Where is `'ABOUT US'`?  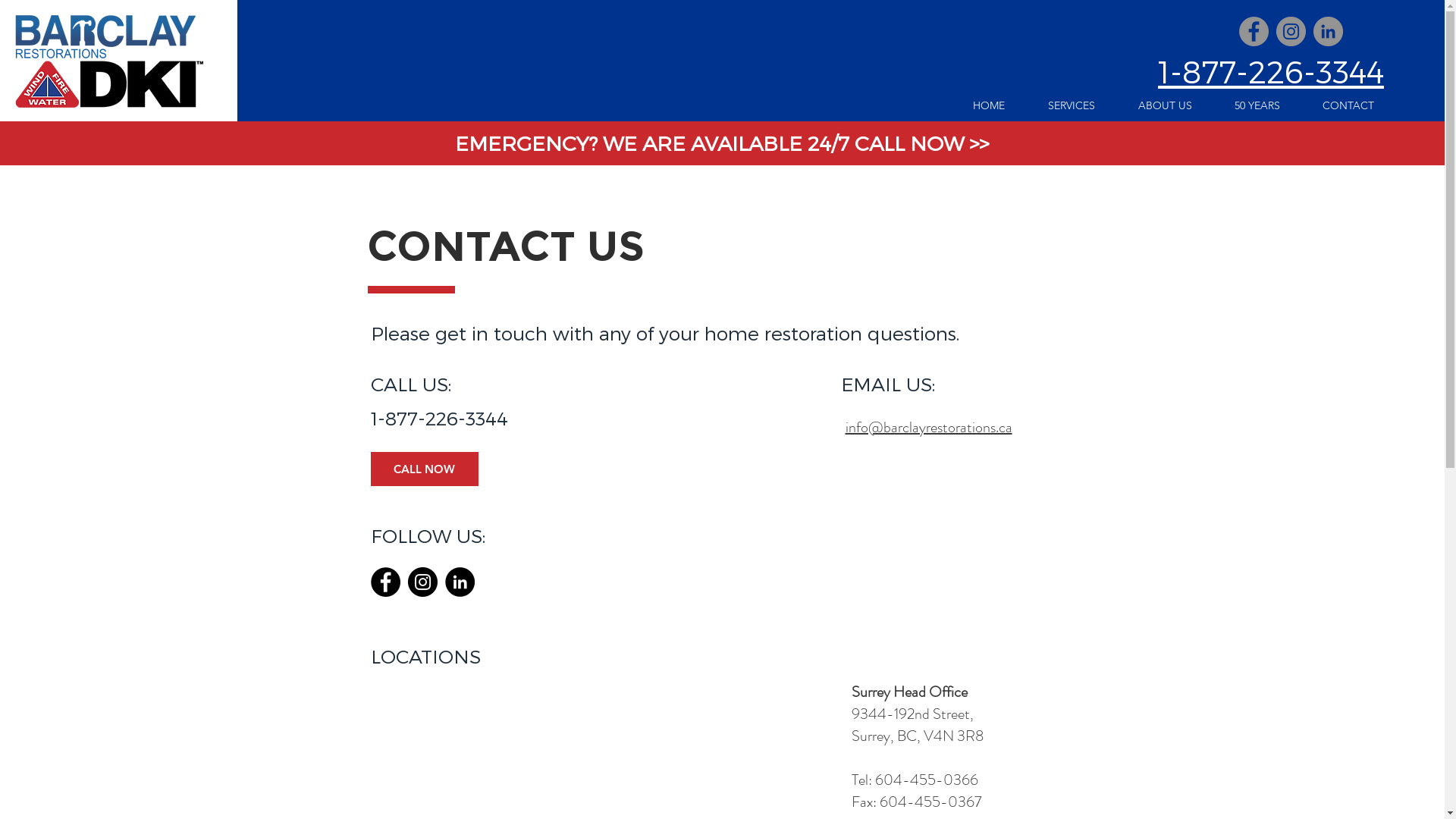
'ABOUT US' is located at coordinates (1164, 105).